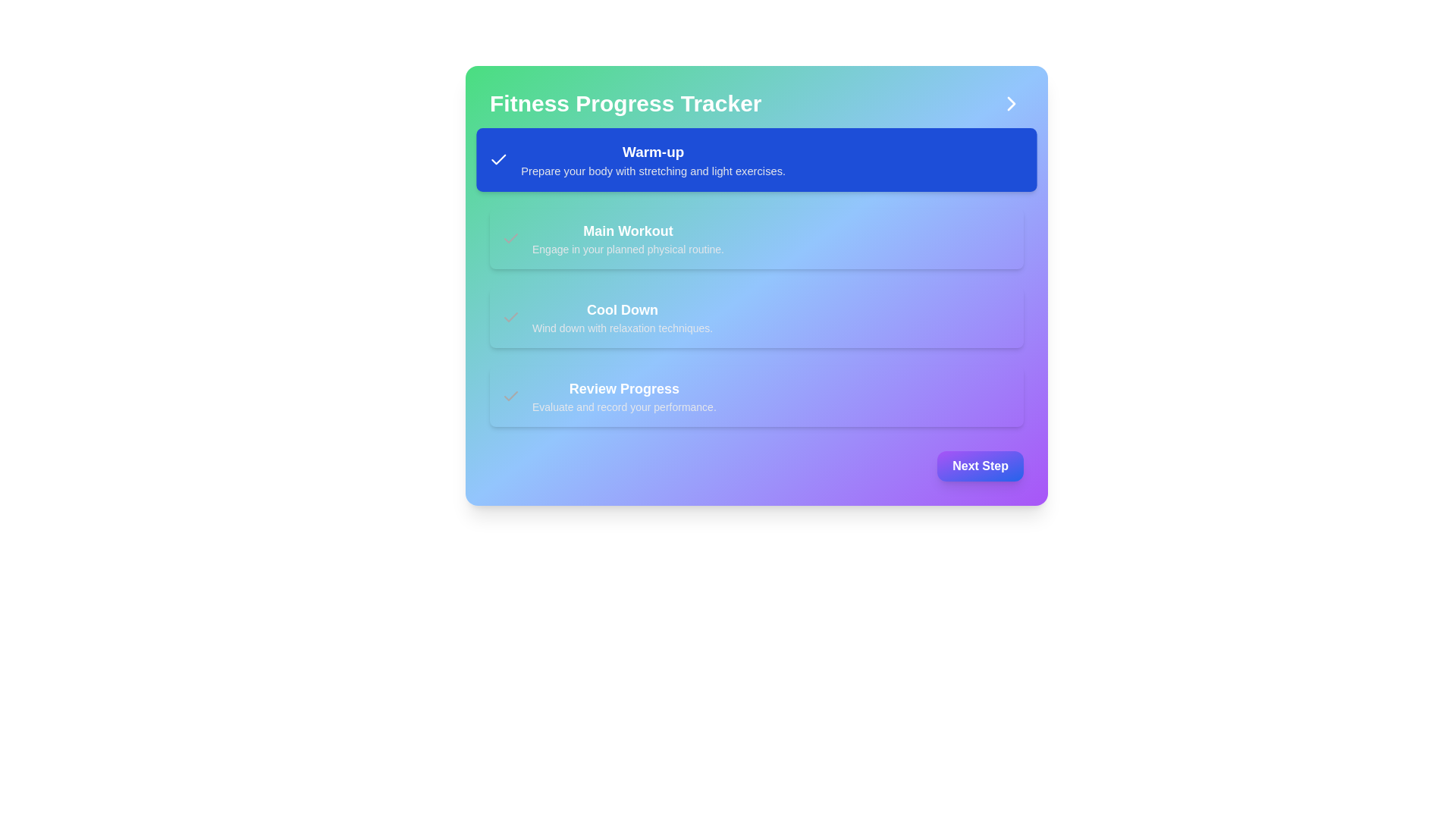 This screenshot has height=819, width=1456. What do you see at coordinates (624, 406) in the screenshot?
I see `the static text label that reads 'Evaluate and record your performance.' located underneath the heading 'Review Progress.'` at bounding box center [624, 406].